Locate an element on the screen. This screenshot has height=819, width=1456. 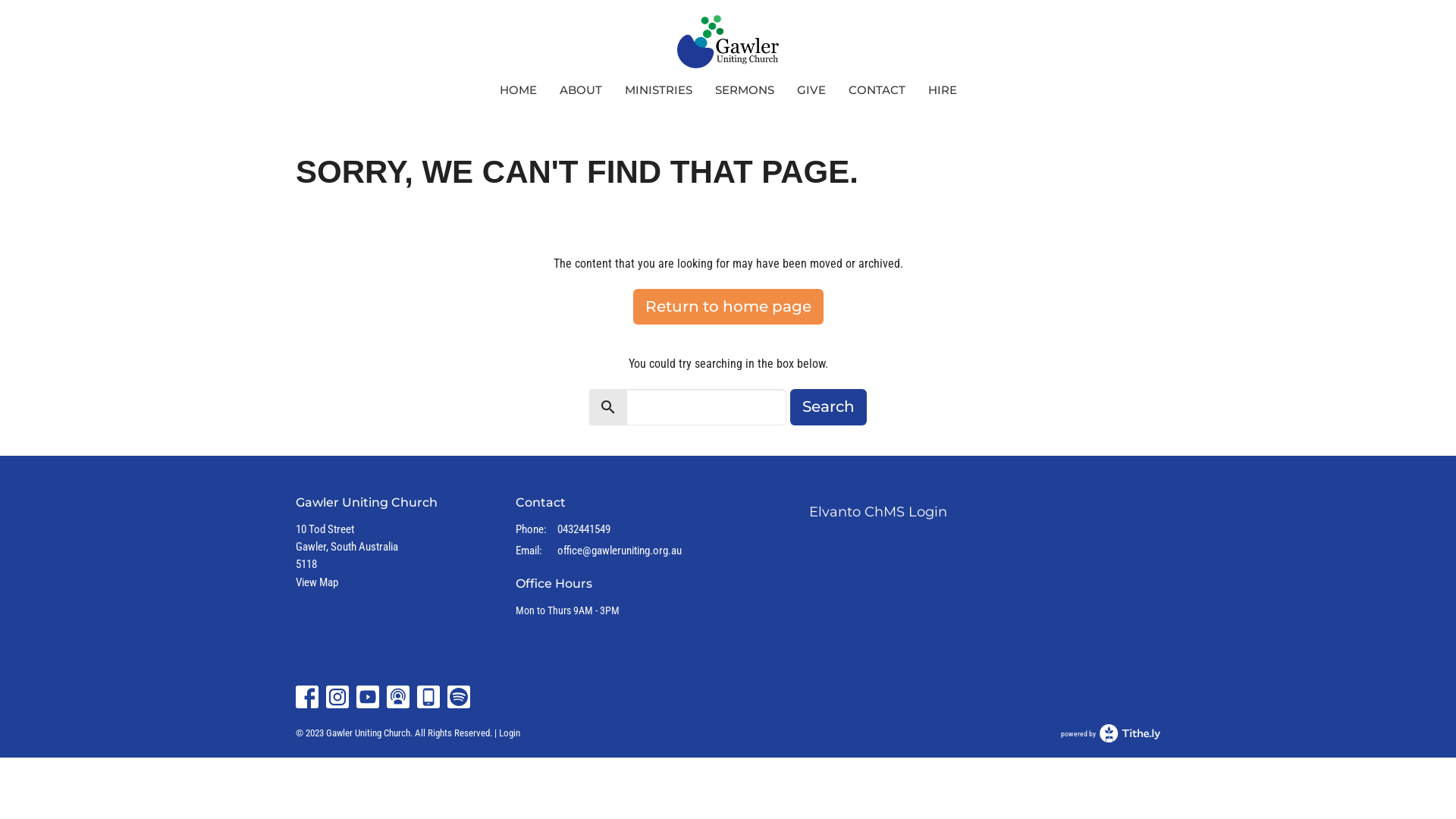
'SERMONS' is located at coordinates (743, 89).